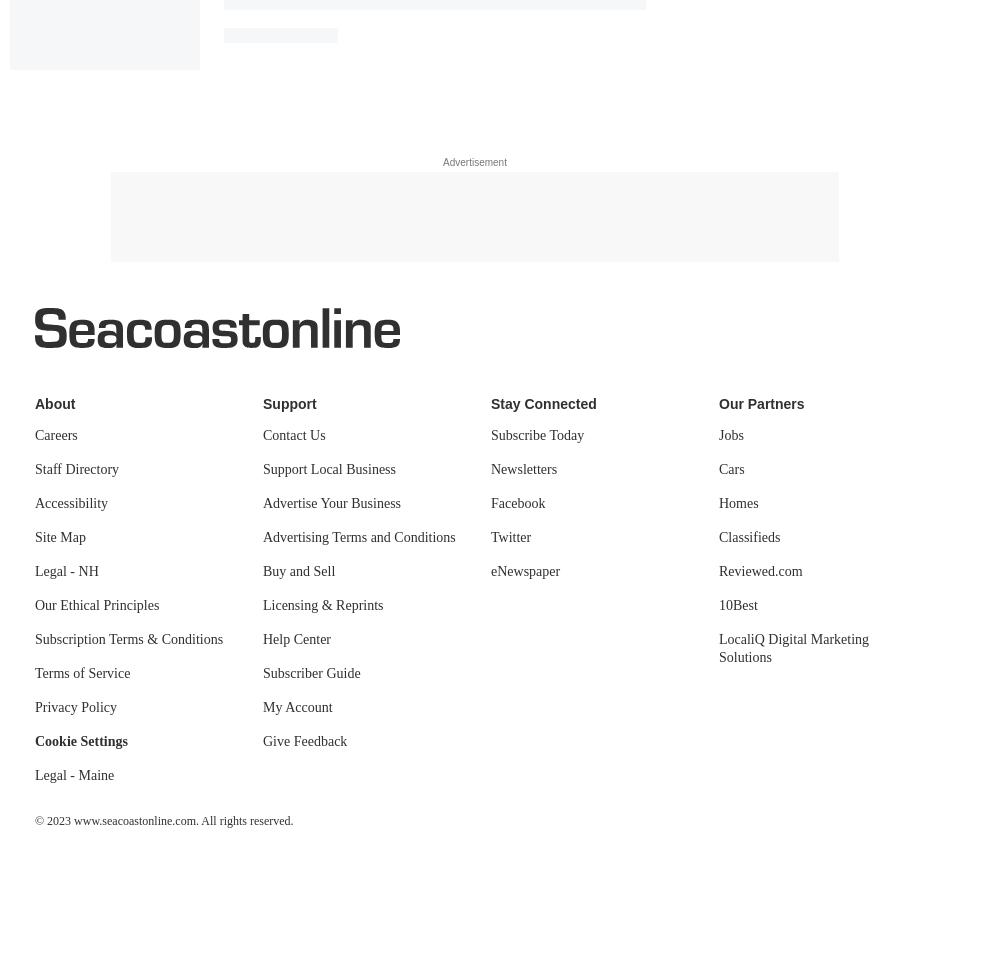  I want to click on 'Subscribe Today', so click(537, 435).